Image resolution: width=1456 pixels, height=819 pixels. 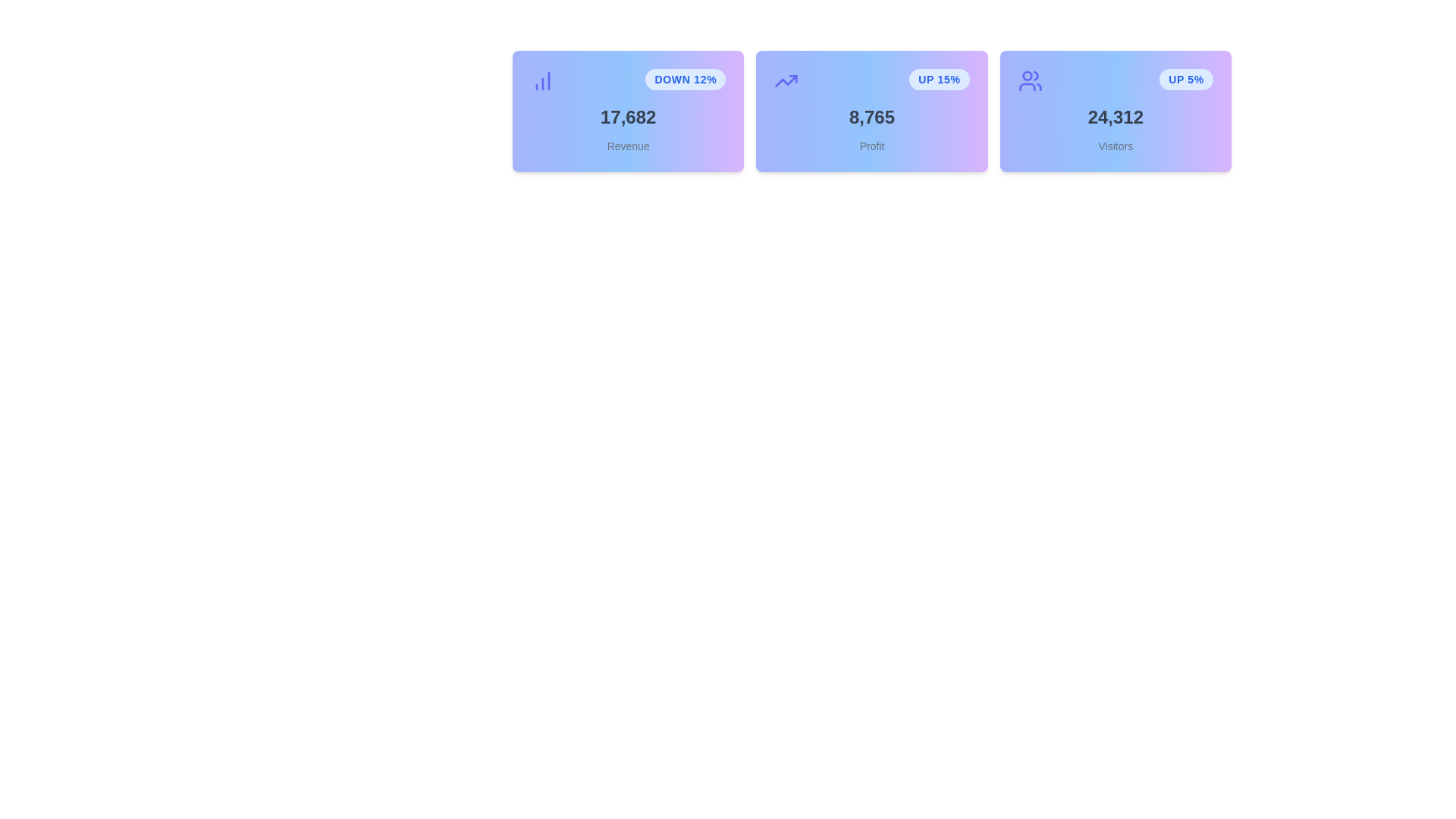 I want to click on numerical metric text '8,765' located in the second card of a horizontal group, positioned below 'Up 15%' and above 'Profit', so click(x=872, y=116).